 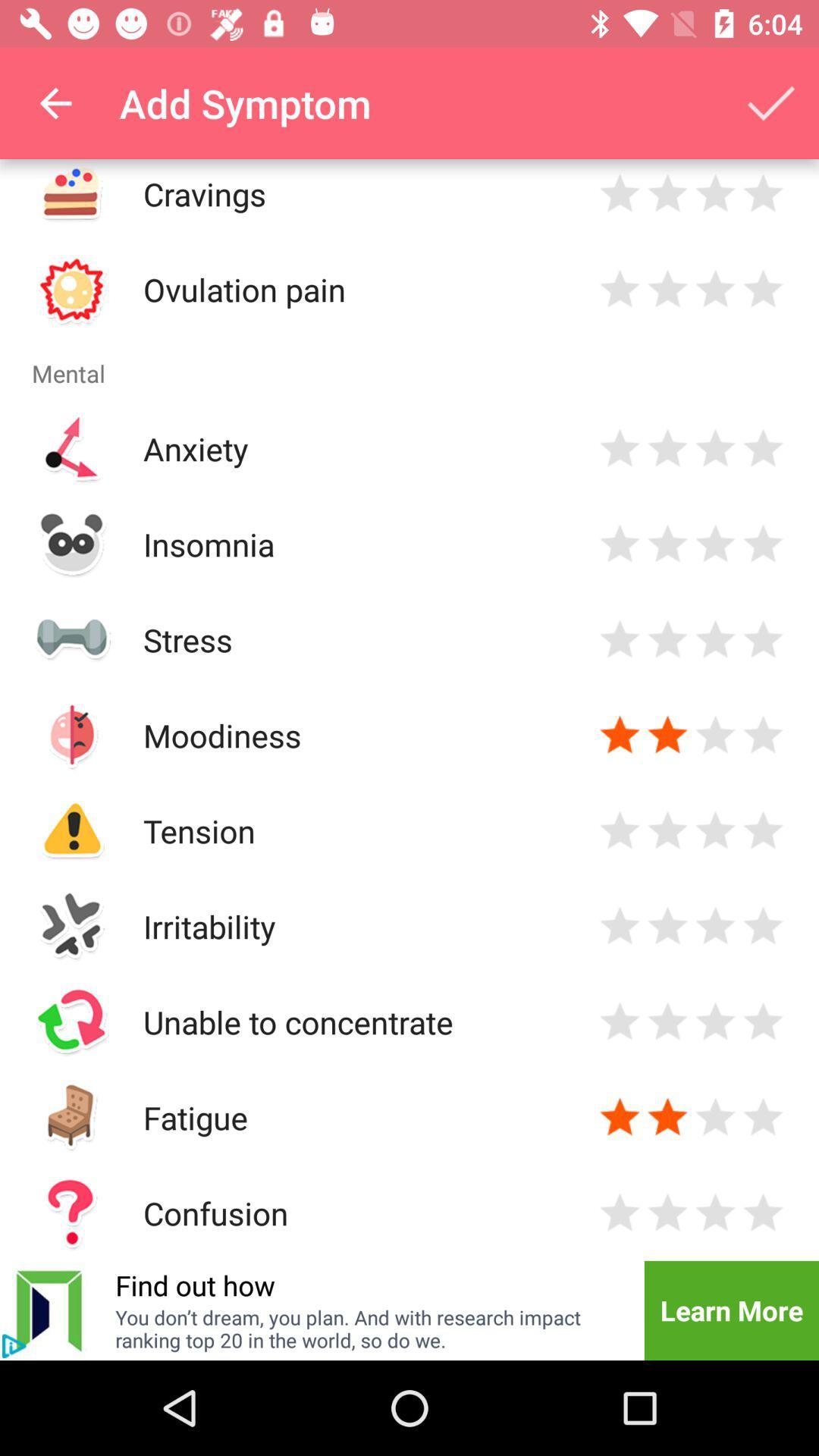 I want to click on rate 2 stars, so click(x=667, y=447).